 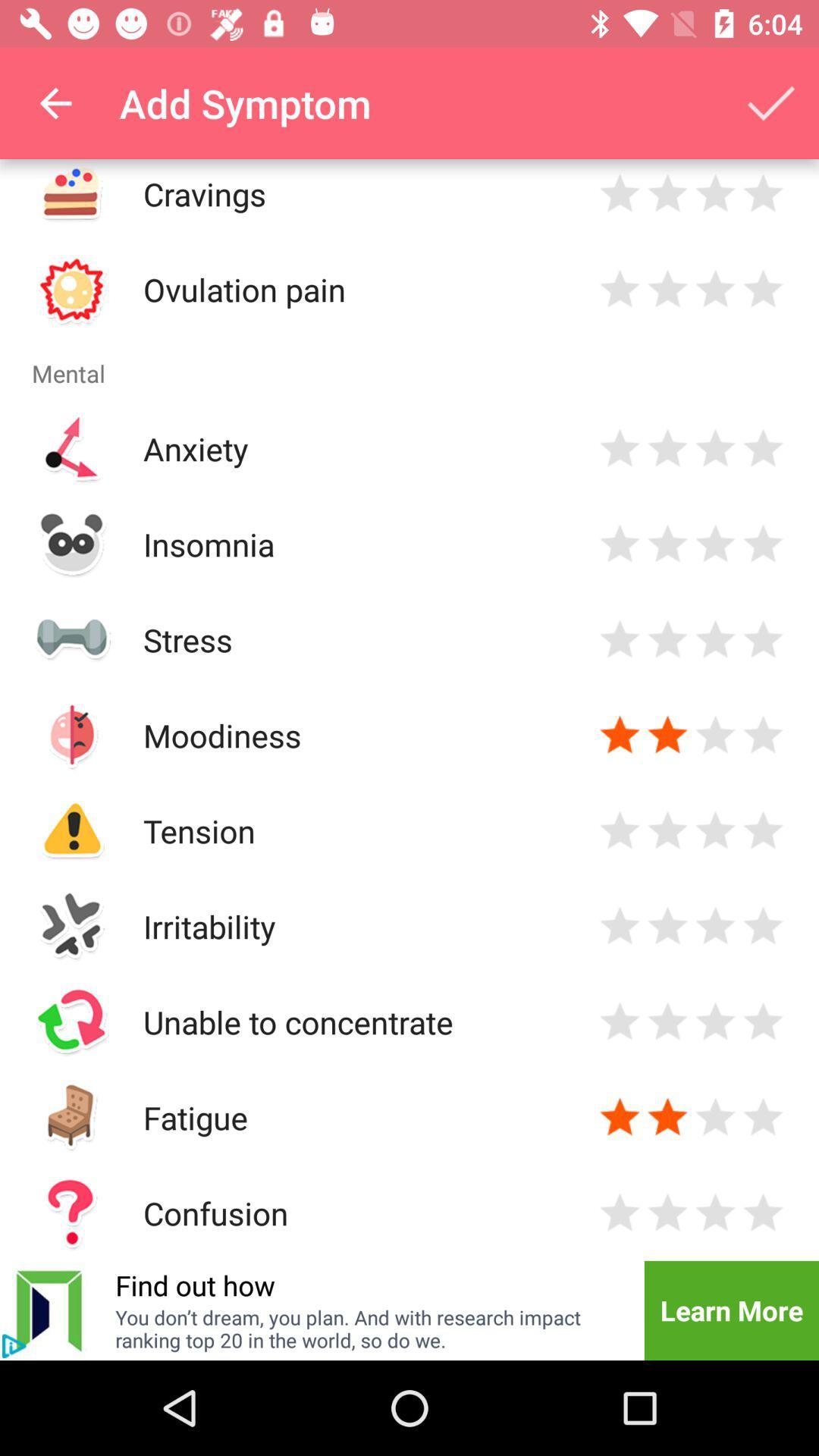 I want to click on rate 2 stars, so click(x=667, y=447).